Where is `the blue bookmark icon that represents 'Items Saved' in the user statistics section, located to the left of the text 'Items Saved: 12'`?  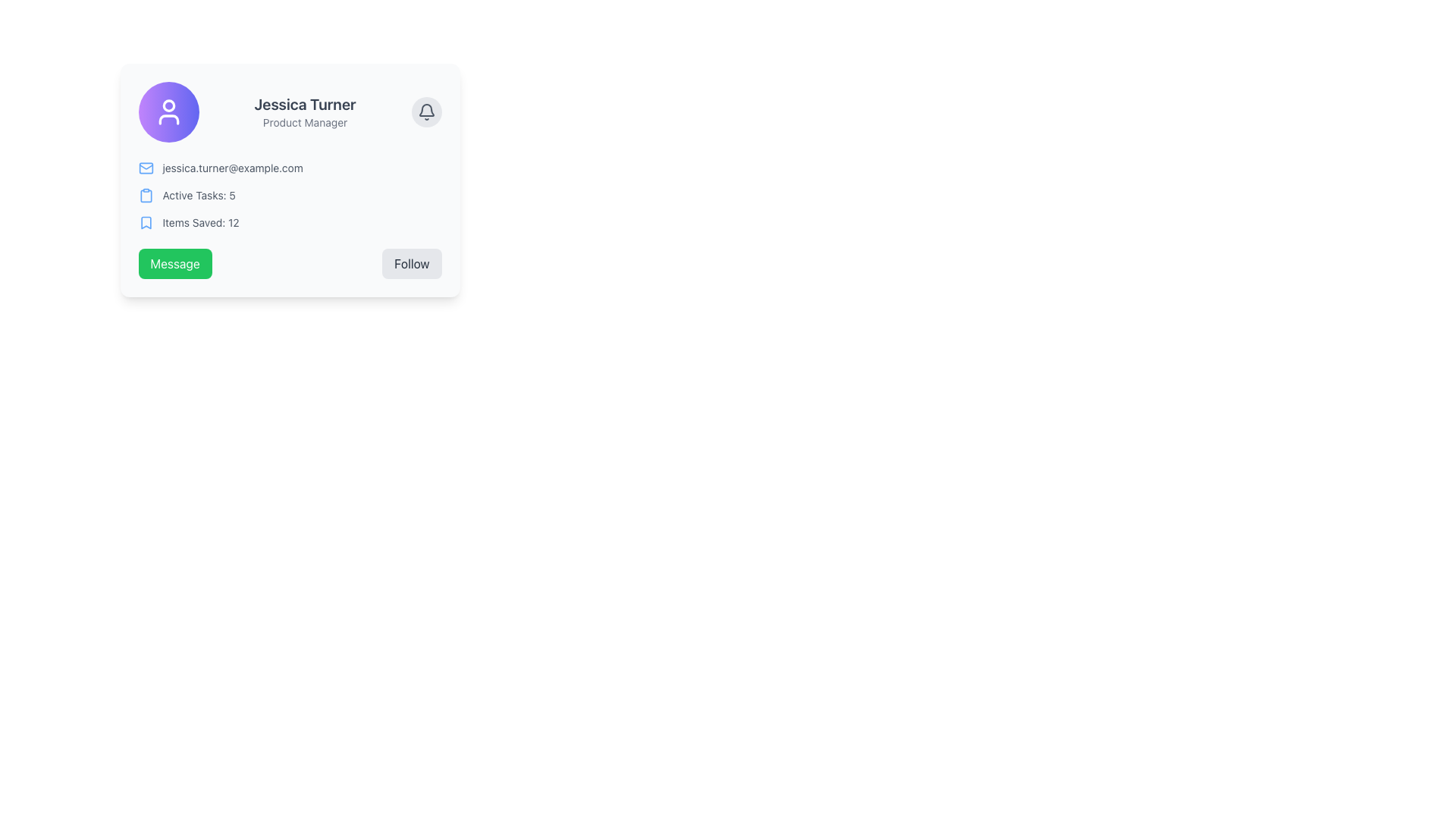 the blue bookmark icon that represents 'Items Saved' in the user statistics section, located to the left of the text 'Items Saved: 12' is located at coordinates (146, 222).